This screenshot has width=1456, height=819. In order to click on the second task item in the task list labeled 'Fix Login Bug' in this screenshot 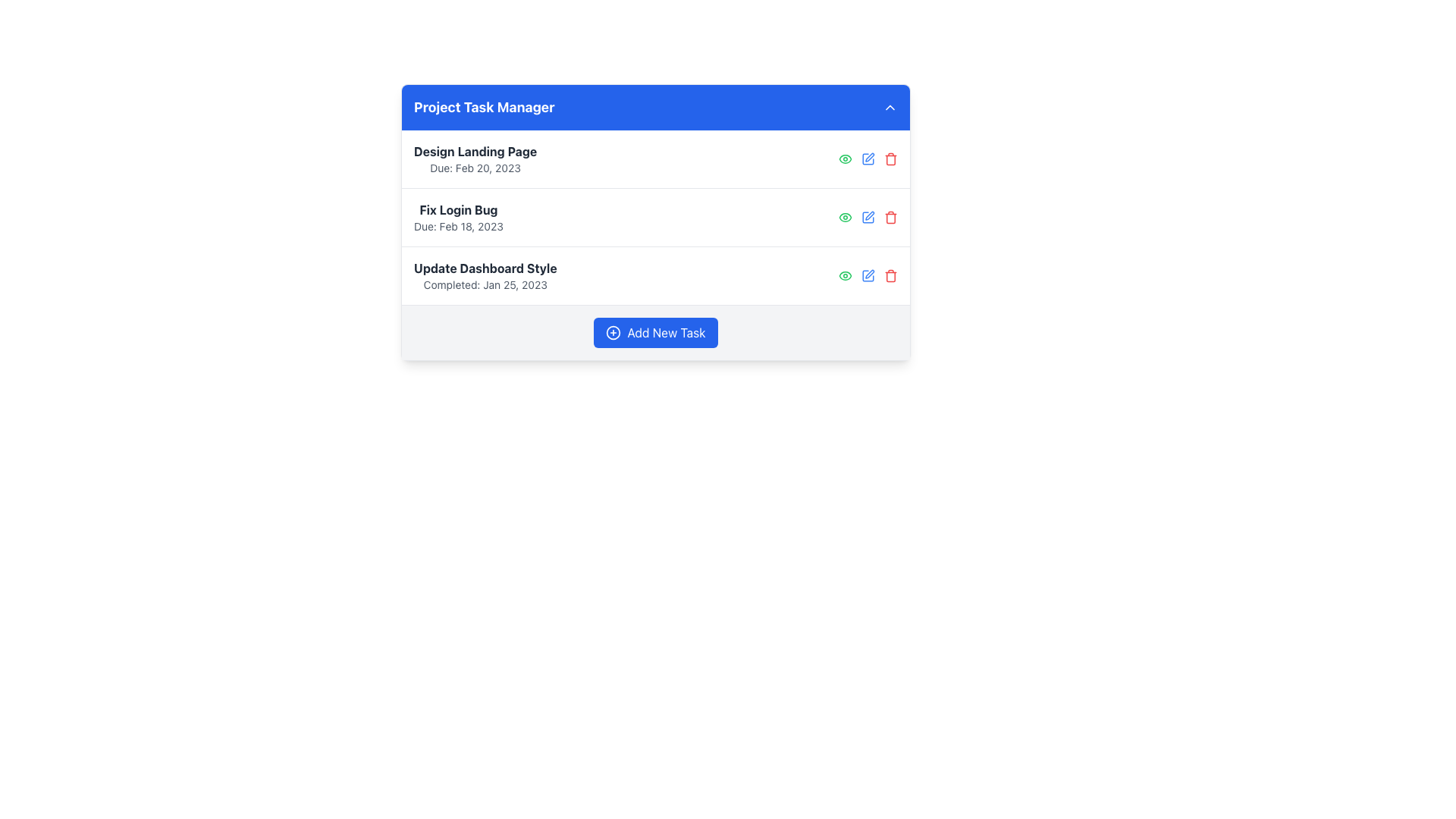, I will do `click(457, 217)`.